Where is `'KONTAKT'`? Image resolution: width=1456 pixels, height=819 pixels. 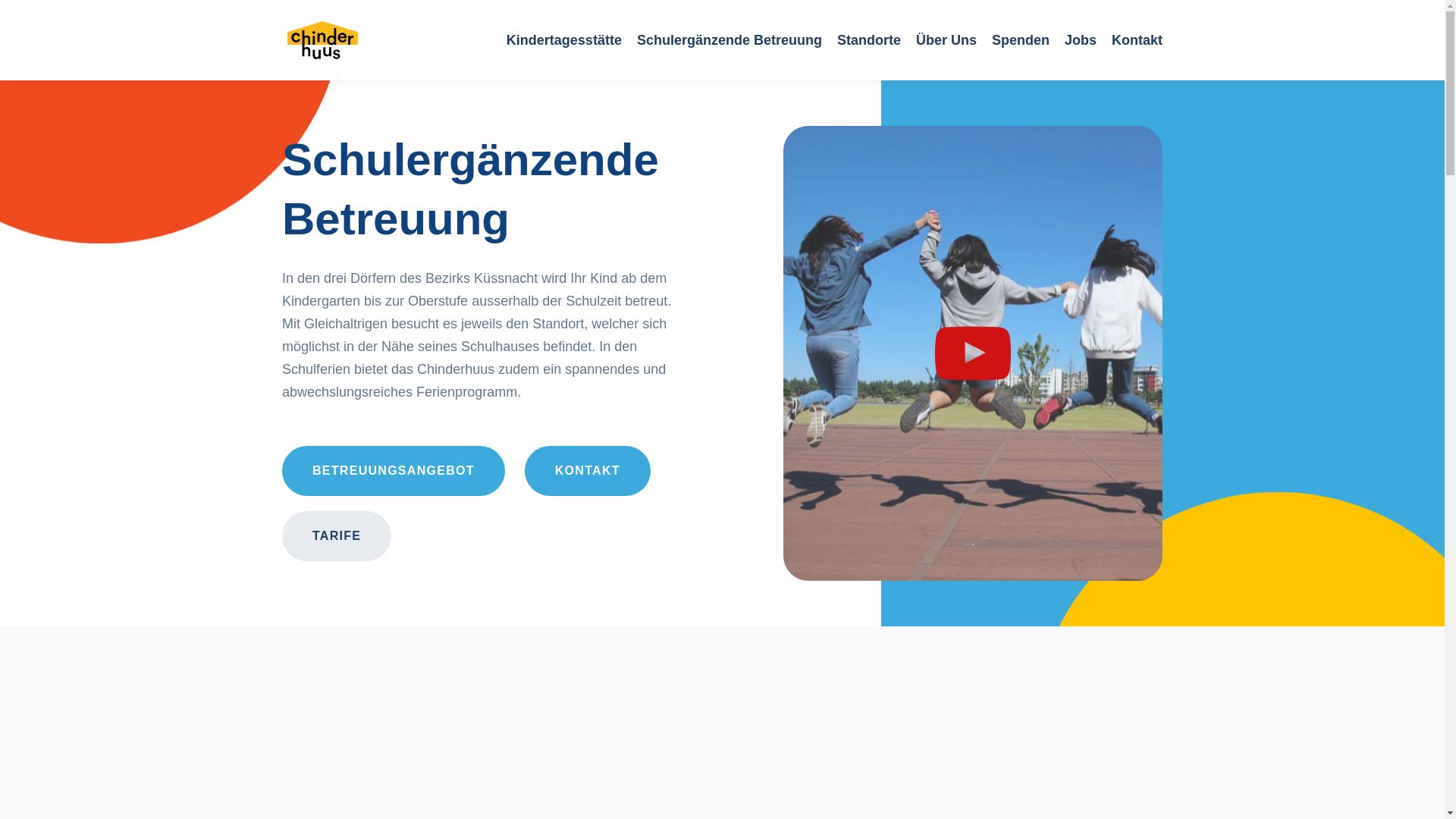 'KONTAKT' is located at coordinates (586, 470).